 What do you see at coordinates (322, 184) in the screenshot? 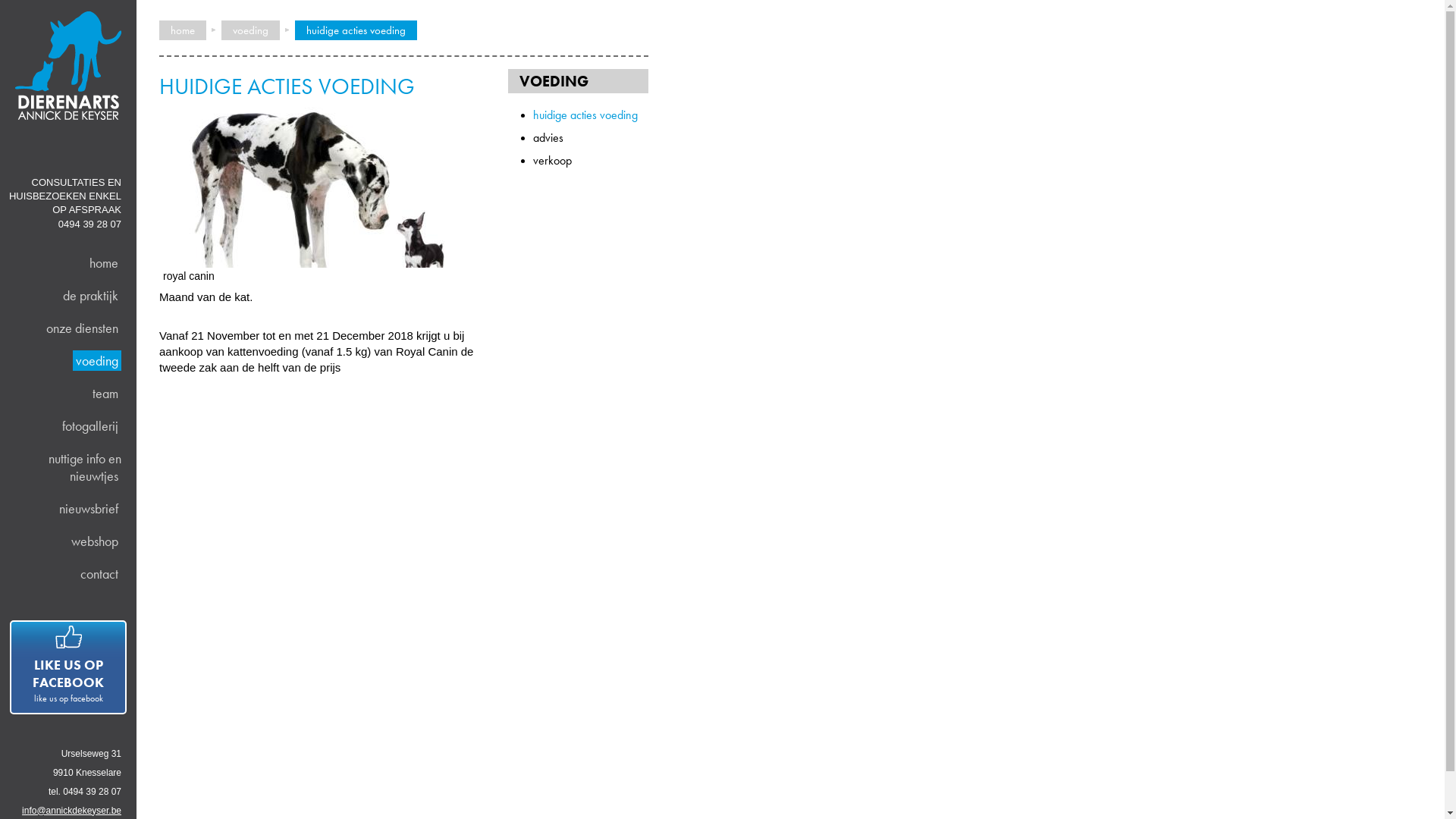
I see `'royal canin'` at bounding box center [322, 184].